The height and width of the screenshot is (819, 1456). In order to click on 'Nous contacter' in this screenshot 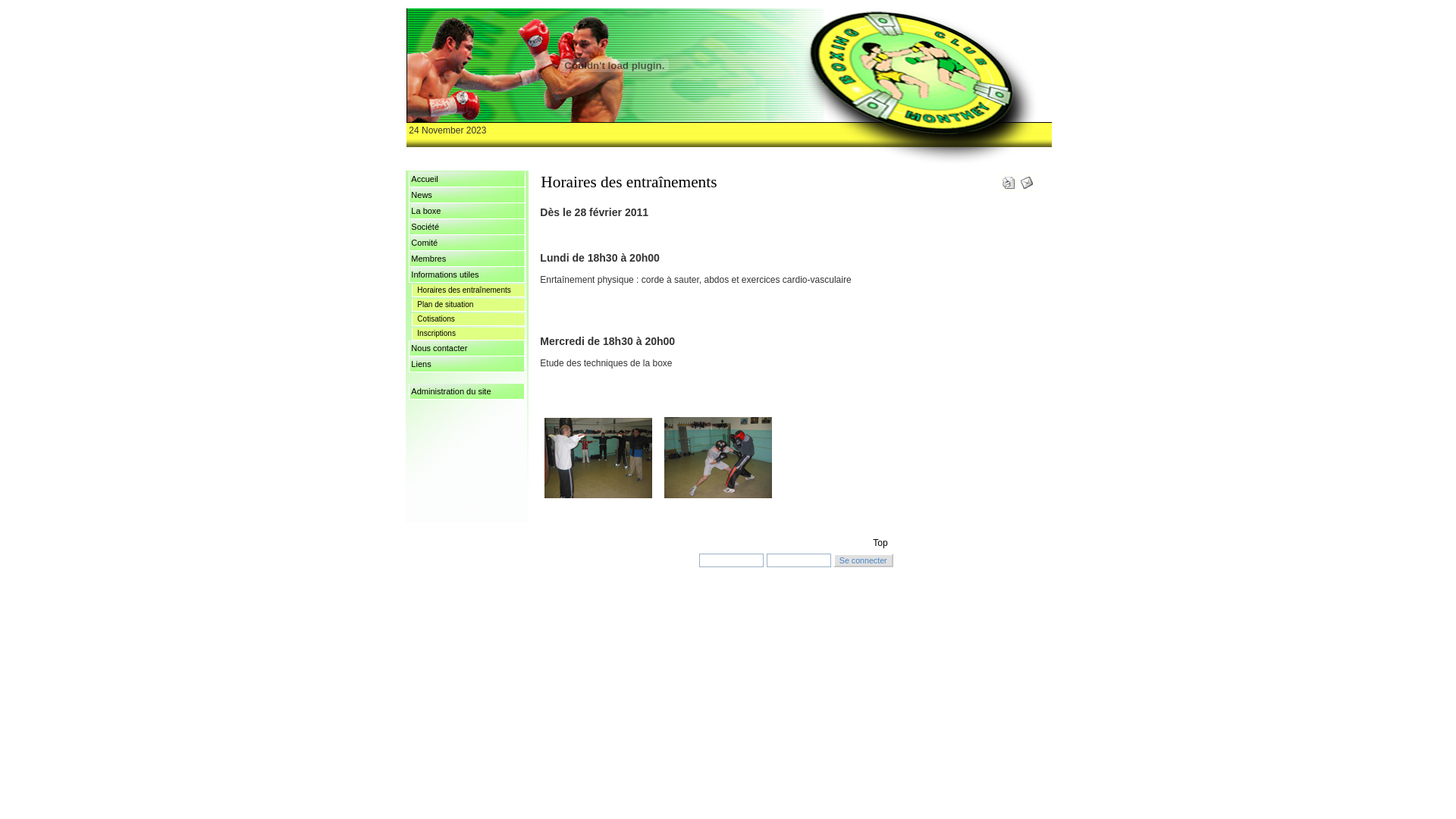, I will do `click(466, 348)`.